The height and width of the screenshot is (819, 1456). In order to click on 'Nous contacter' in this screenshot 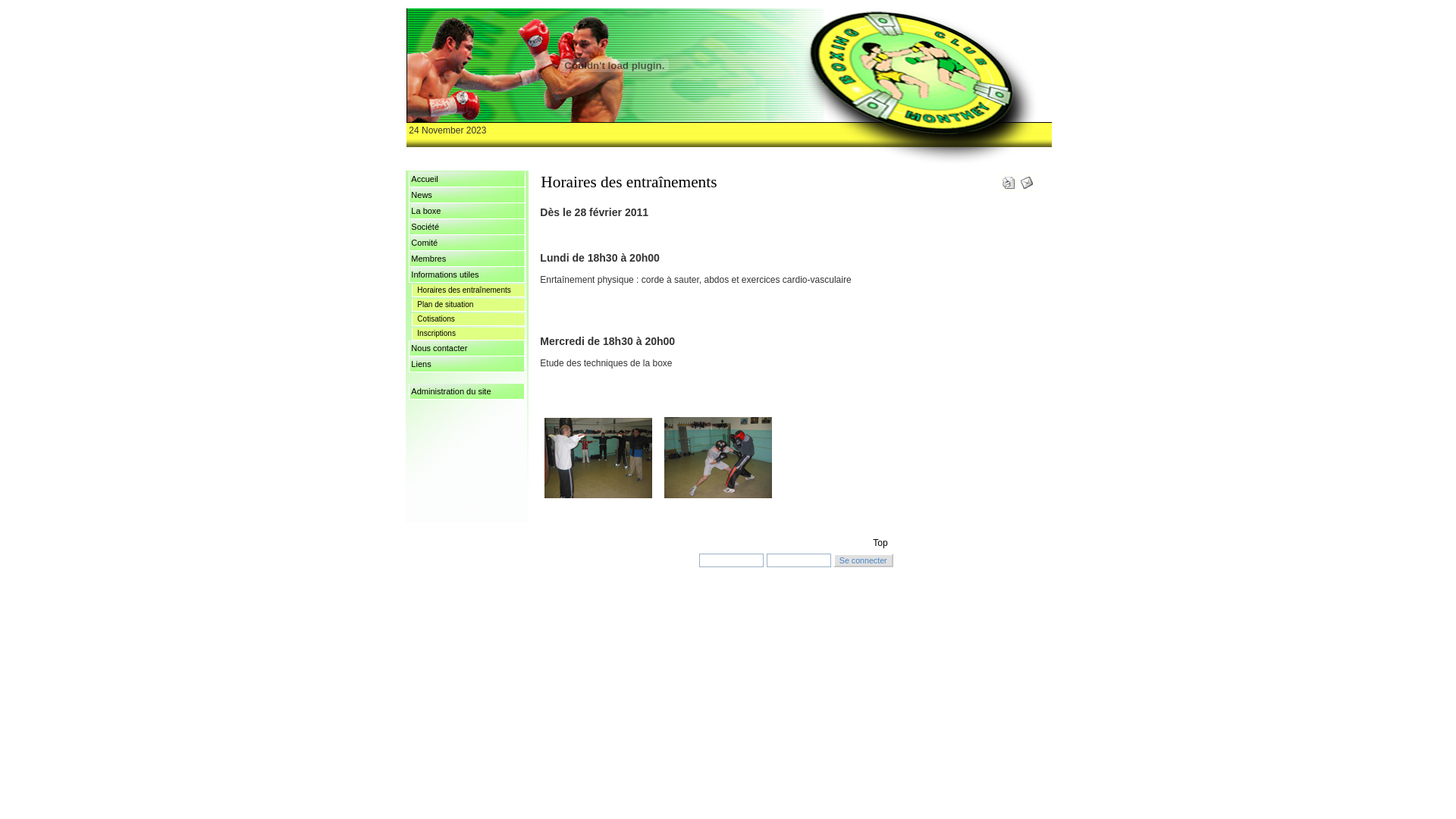, I will do `click(466, 348)`.